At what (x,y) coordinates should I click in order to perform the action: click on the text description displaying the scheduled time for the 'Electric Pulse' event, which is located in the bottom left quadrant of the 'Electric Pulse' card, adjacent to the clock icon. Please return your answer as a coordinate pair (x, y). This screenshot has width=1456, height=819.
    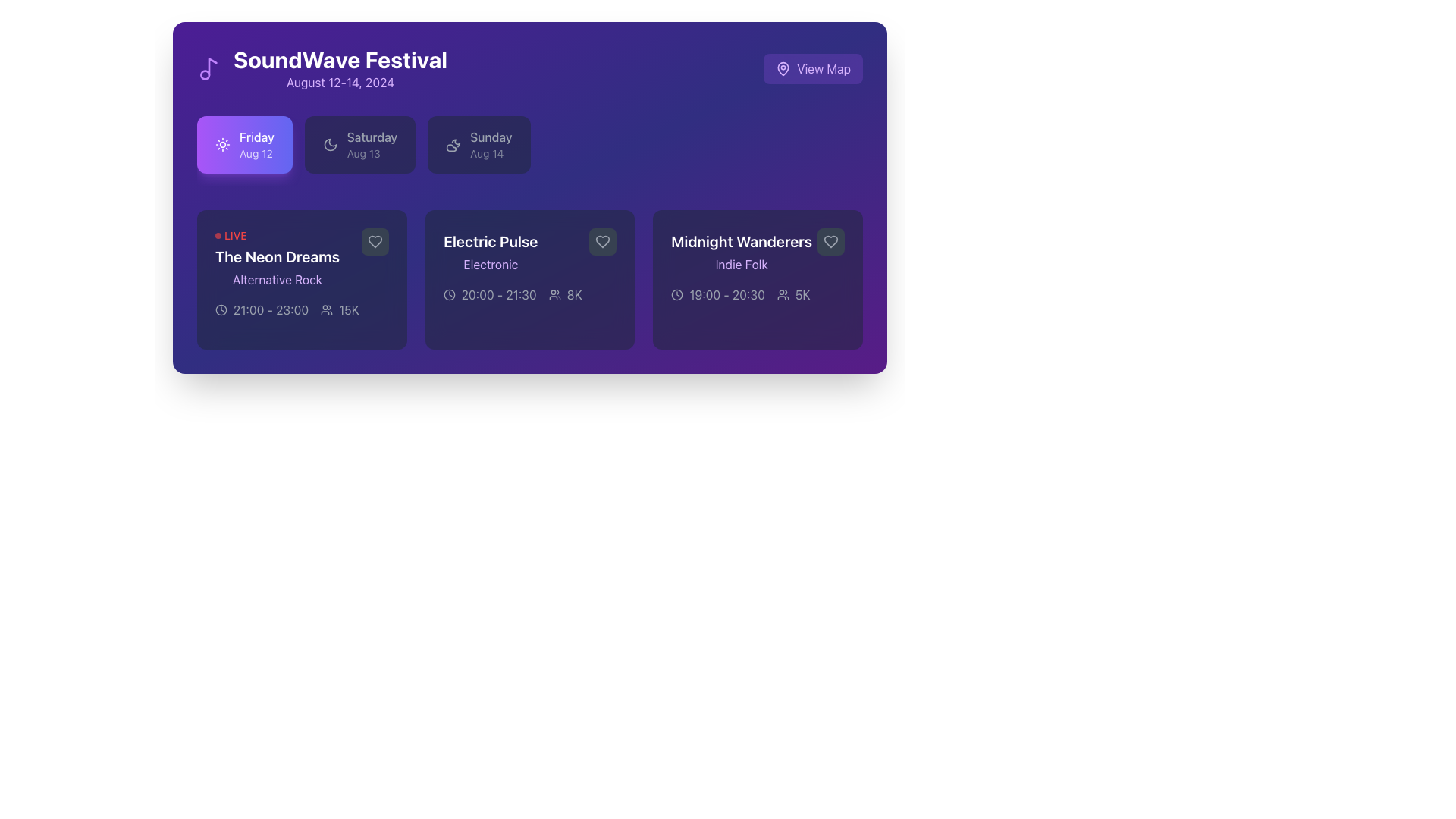
    Looking at the image, I should click on (490, 295).